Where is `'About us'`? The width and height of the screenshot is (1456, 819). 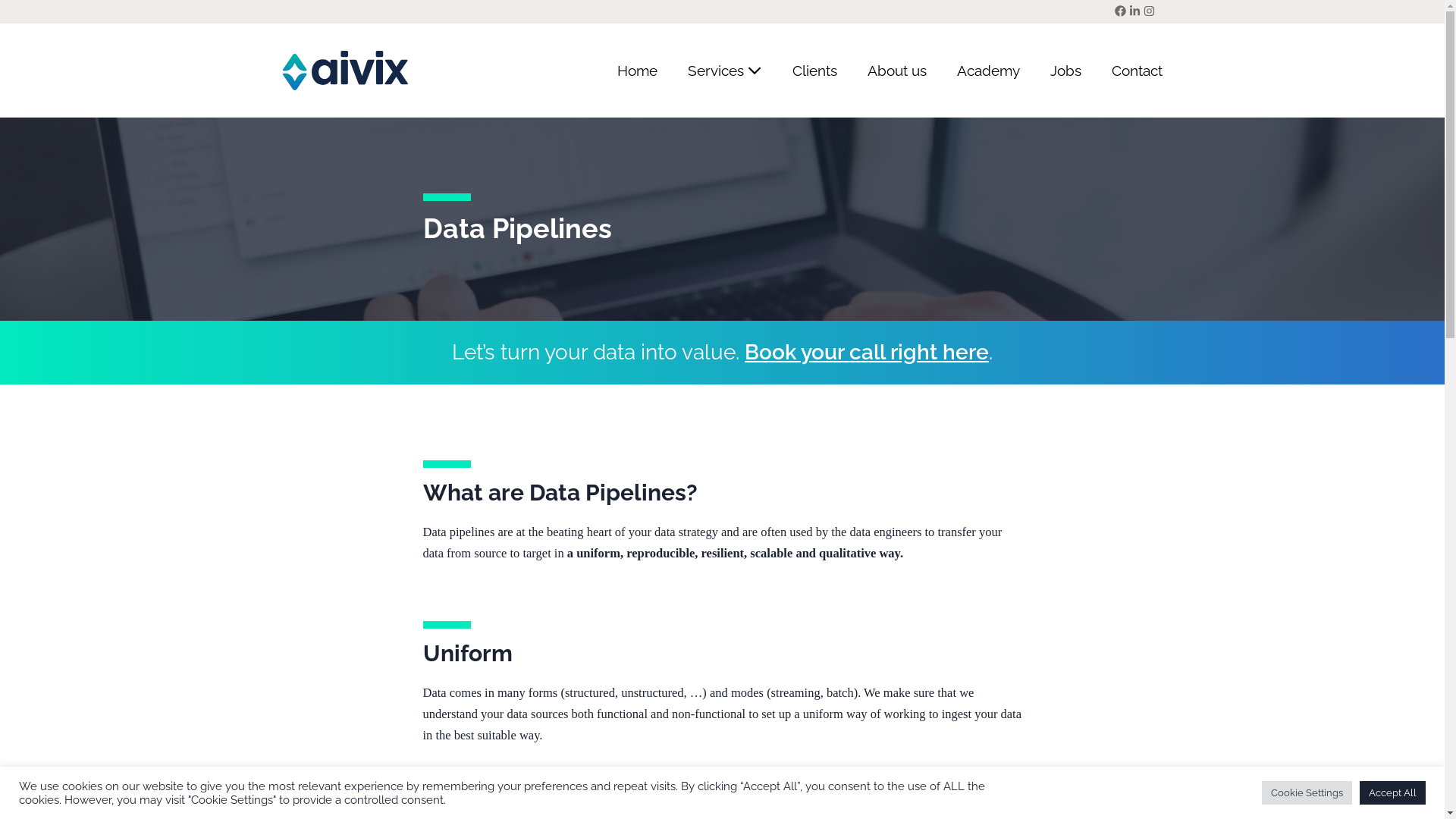 'About us' is located at coordinates (896, 70).